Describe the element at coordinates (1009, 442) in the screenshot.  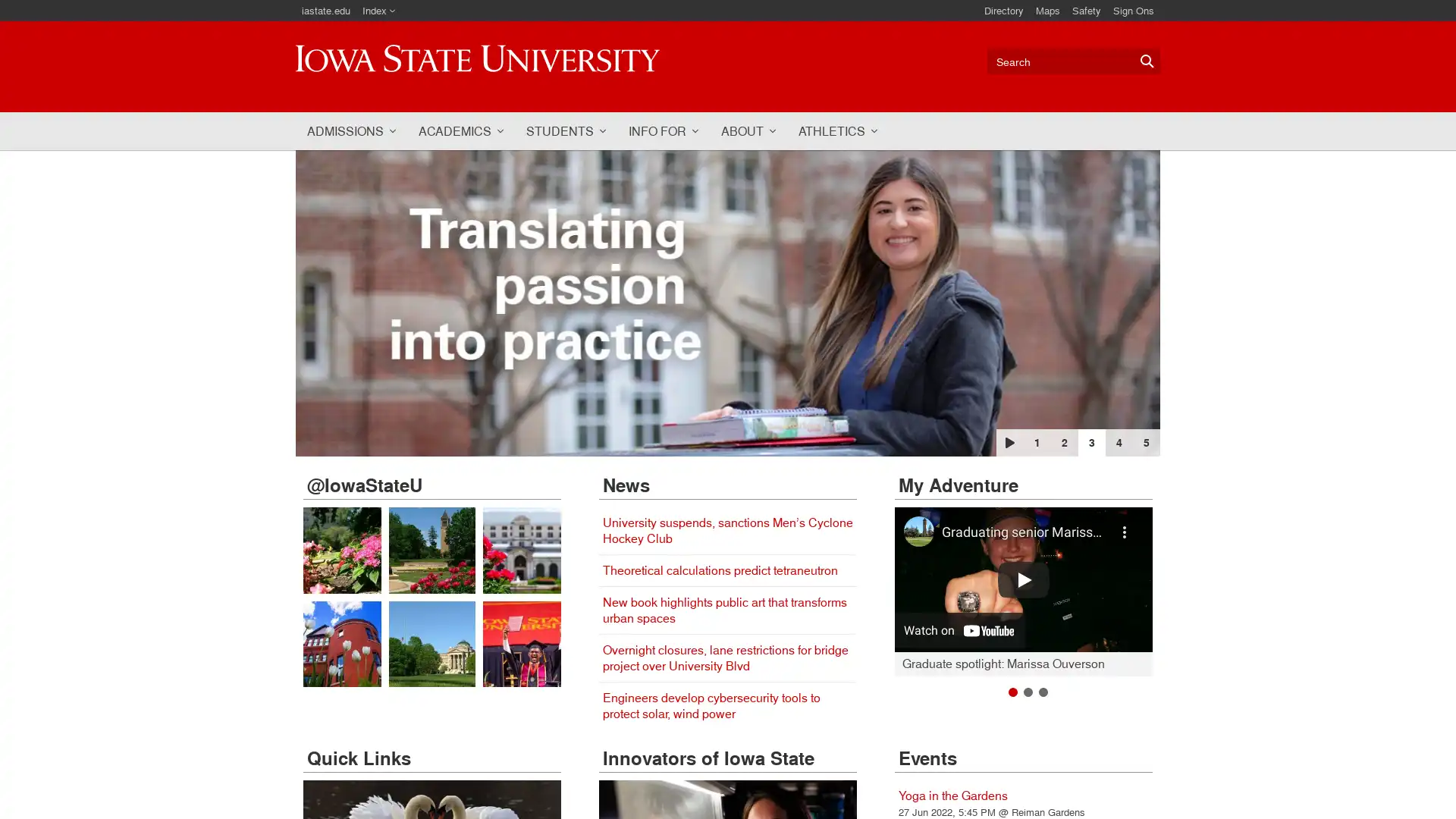
I see `Play Slideshow` at that location.